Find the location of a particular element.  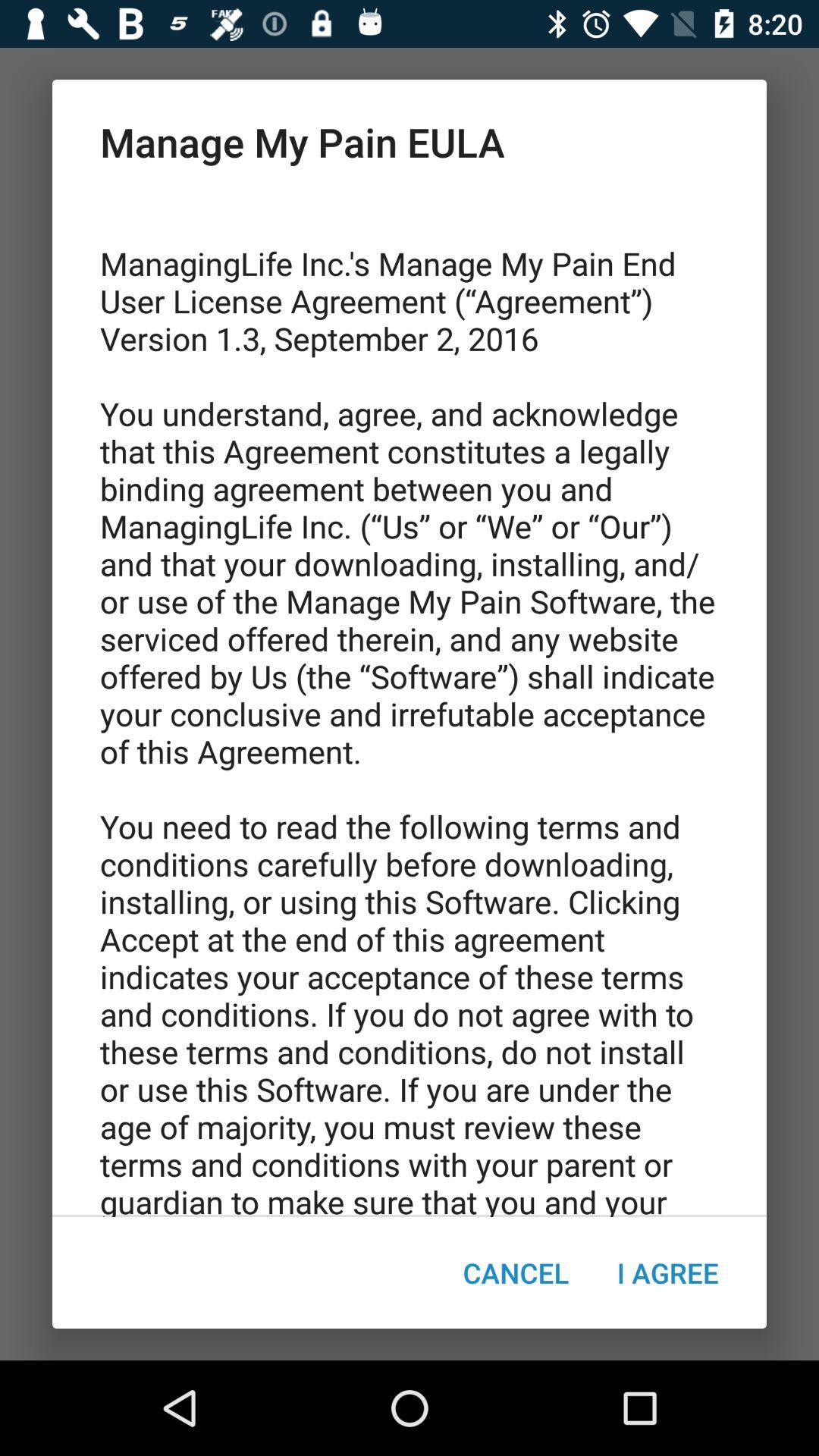

the i agree item is located at coordinates (667, 1272).